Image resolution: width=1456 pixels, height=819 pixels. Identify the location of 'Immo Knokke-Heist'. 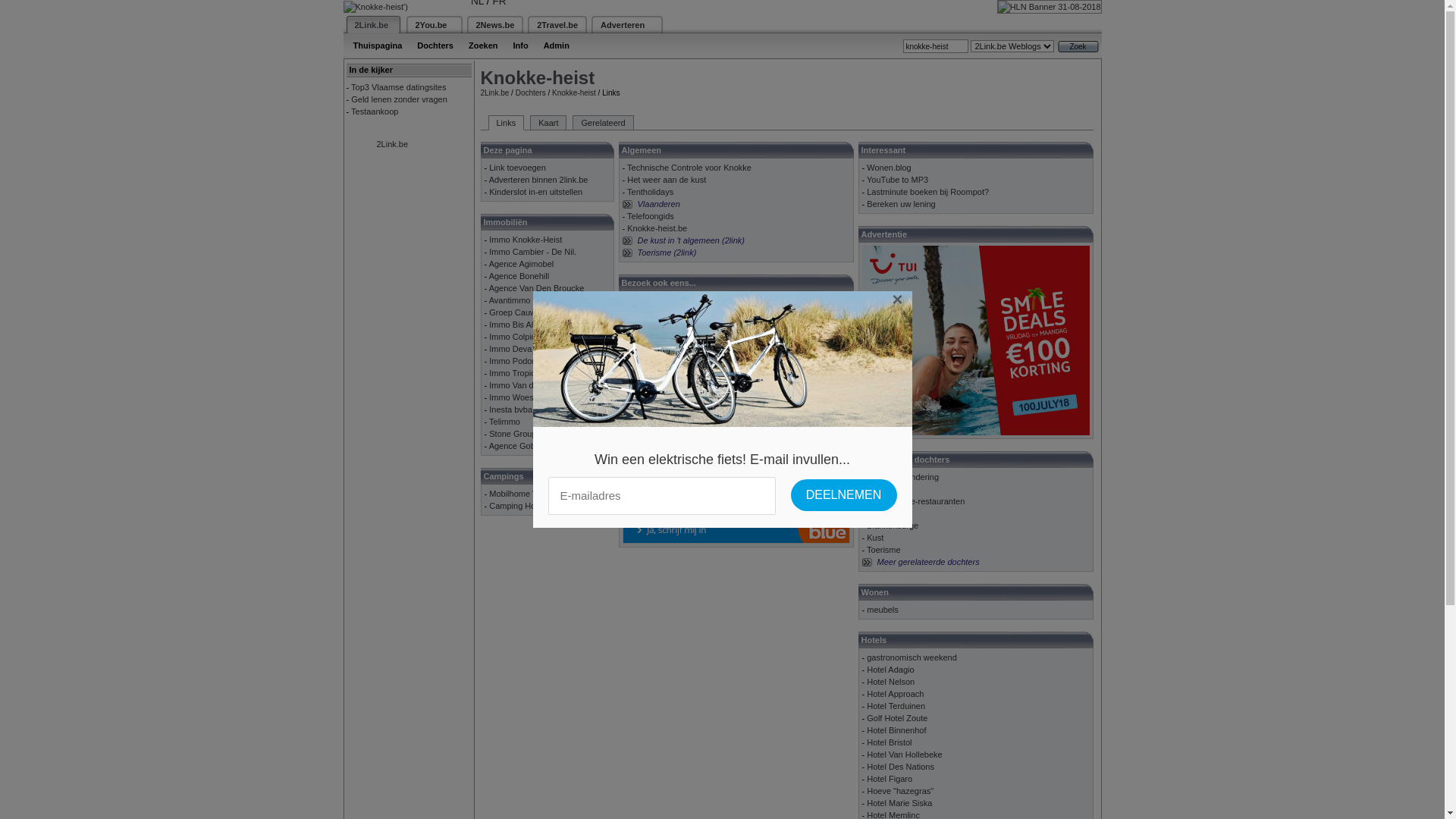
(525, 239).